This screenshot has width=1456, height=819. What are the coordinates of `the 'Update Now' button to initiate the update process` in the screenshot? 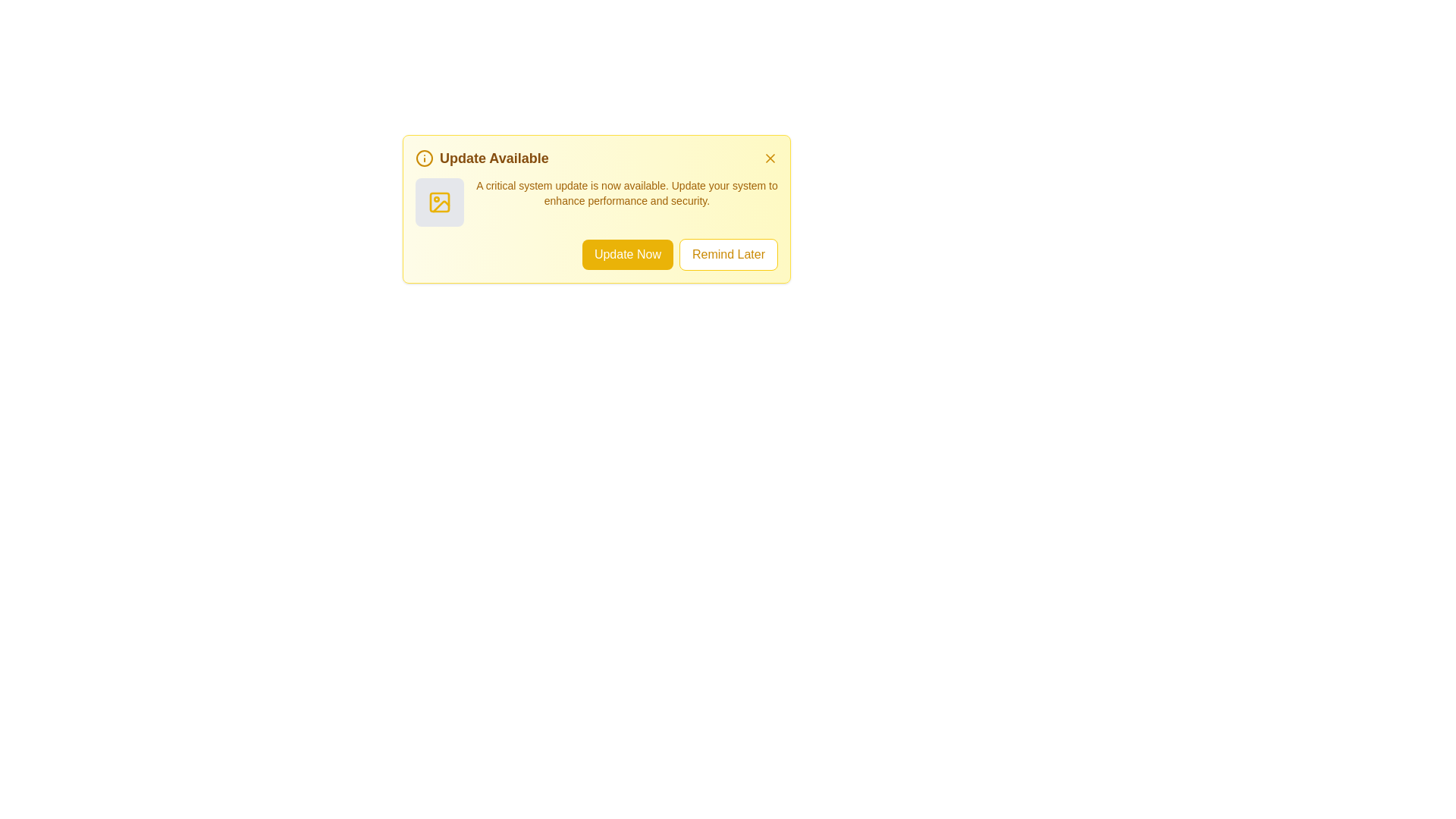 It's located at (627, 253).